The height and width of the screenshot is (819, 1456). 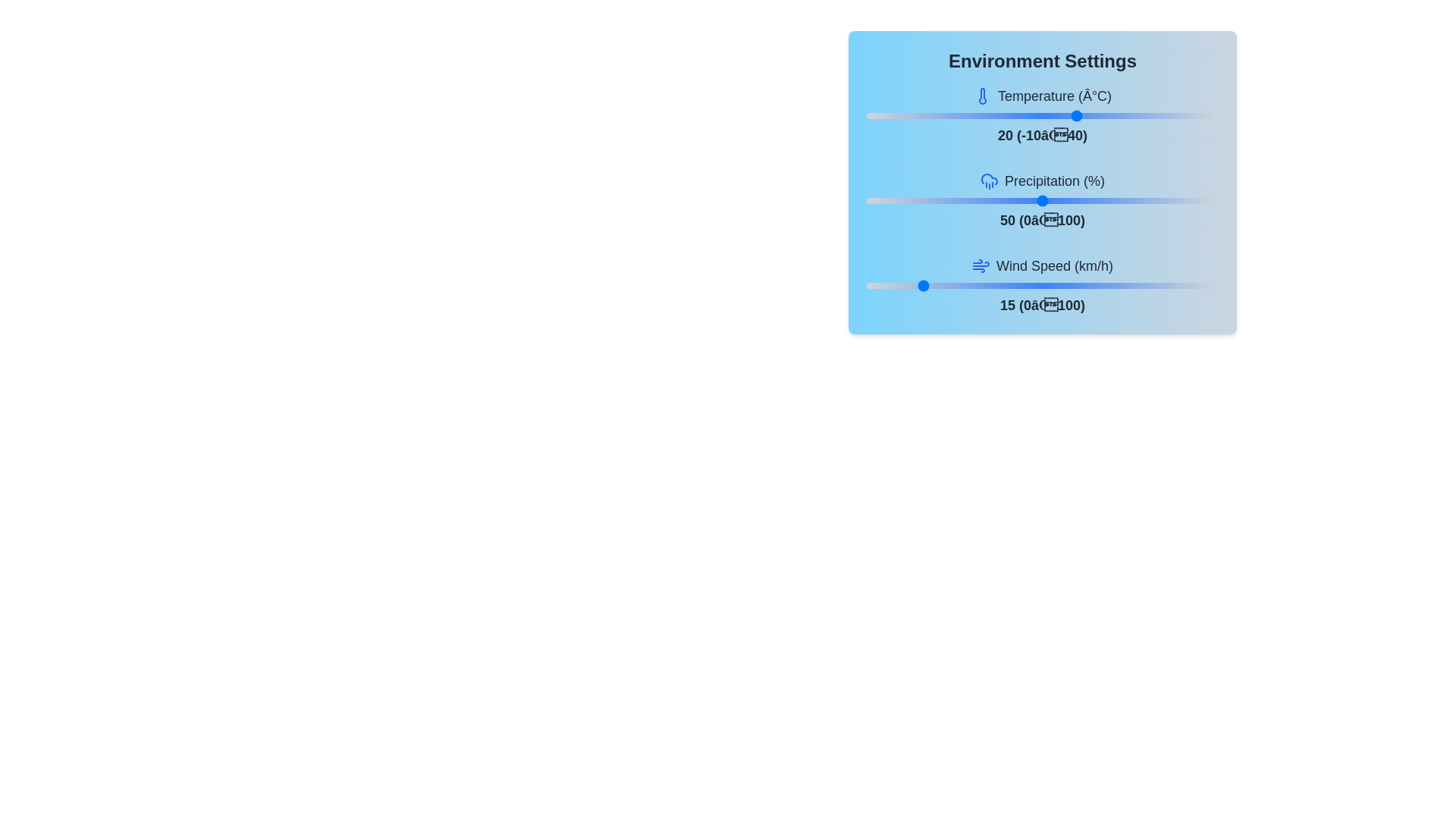 What do you see at coordinates (982, 96) in the screenshot?
I see `the temperature icon located in the top-left corner of the 'Temperature (°C)' group within the 'Environment Settings' panel` at bounding box center [982, 96].